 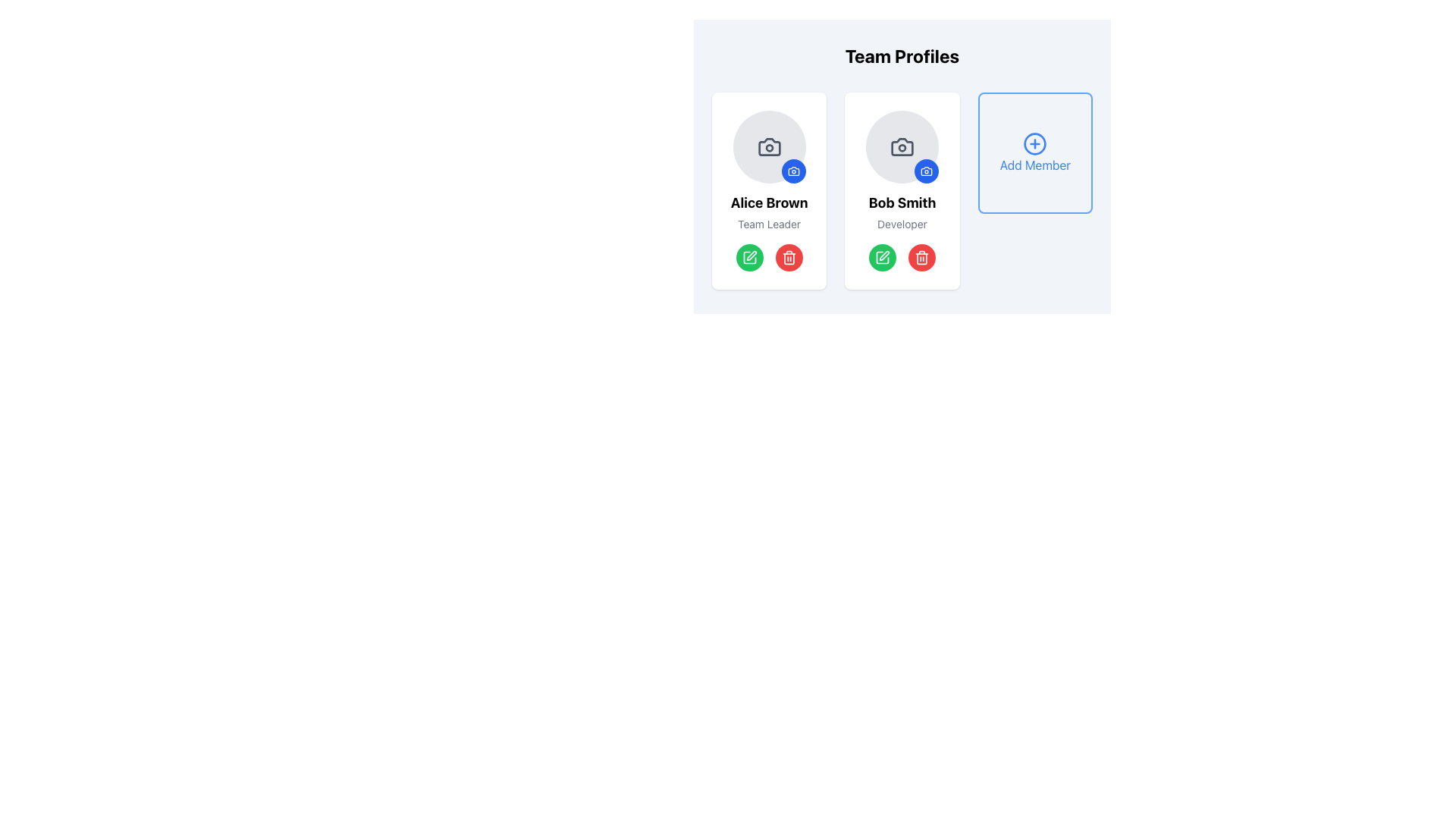 I want to click on the trash icon, so click(x=921, y=258).